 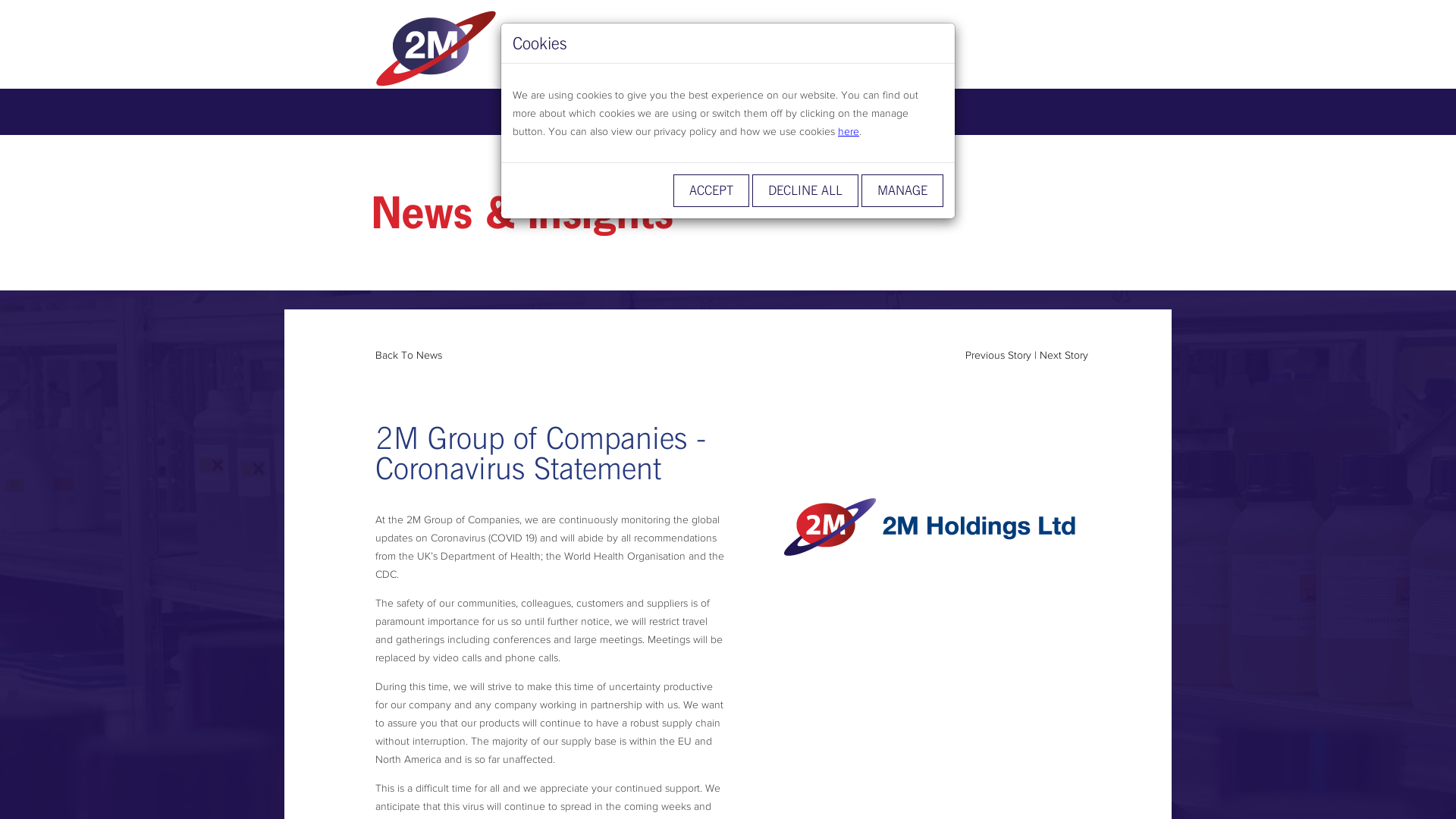 What do you see at coordinates (710, 190) in the screenshot?
I see `'ACCEPT'` at bounding box center [710, 190].